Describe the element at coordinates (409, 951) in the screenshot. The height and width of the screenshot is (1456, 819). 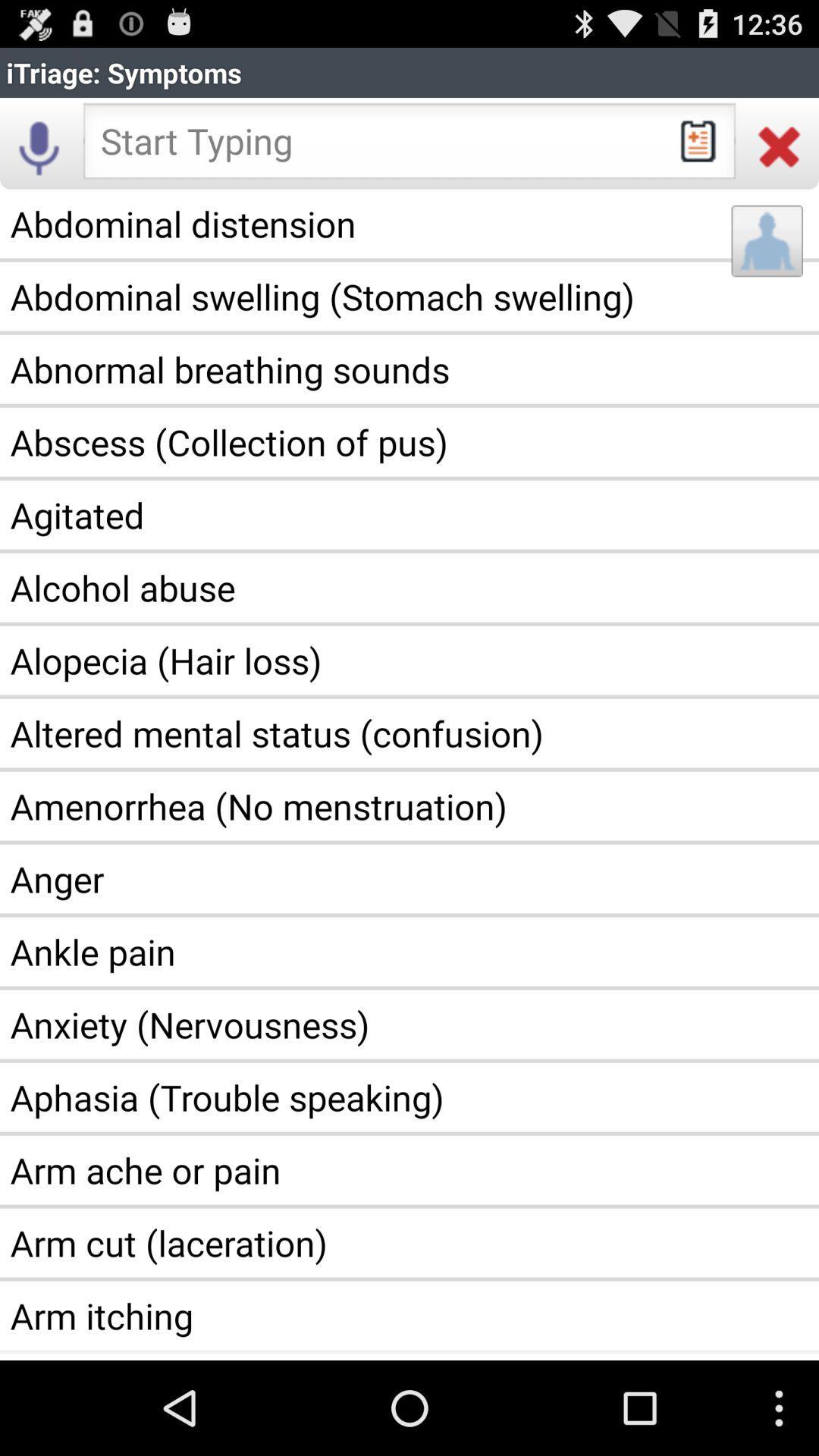
I see `the icon below anger item` at that location.